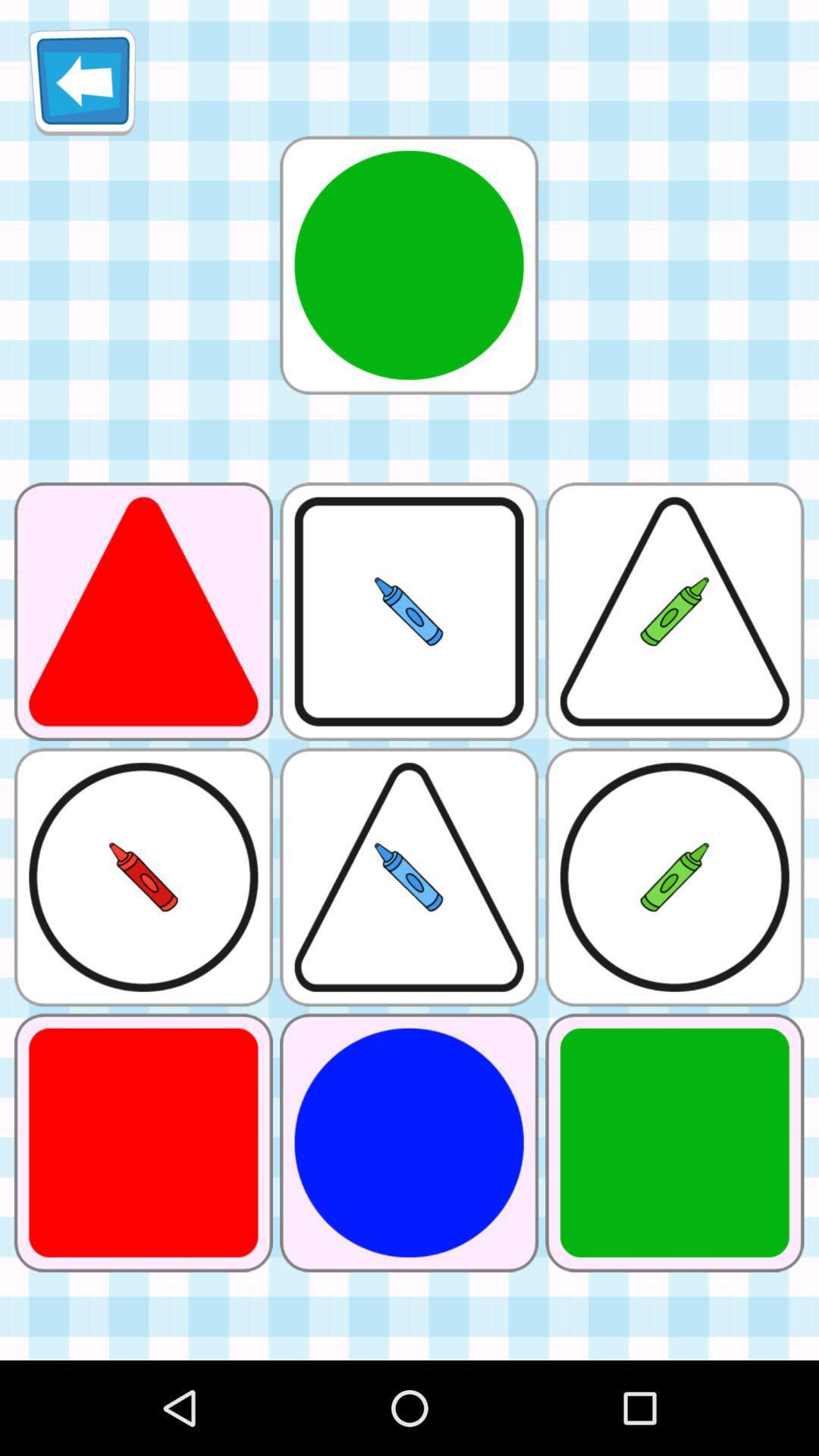  Describe the element at coordinates (408, 265) in the screenshot. I see `this option advertisement` at that location.